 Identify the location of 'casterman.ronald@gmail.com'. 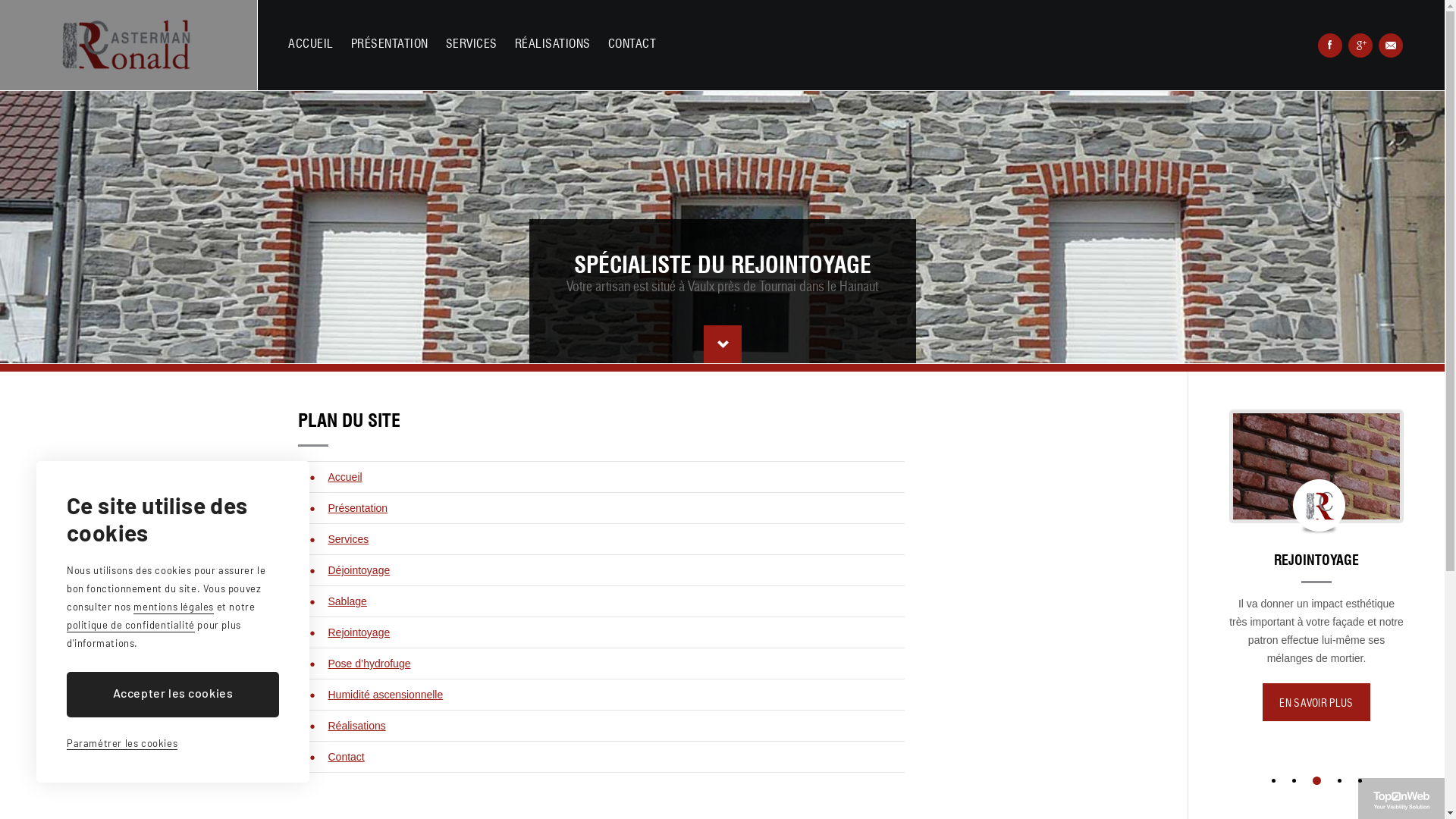
(1390, 45).